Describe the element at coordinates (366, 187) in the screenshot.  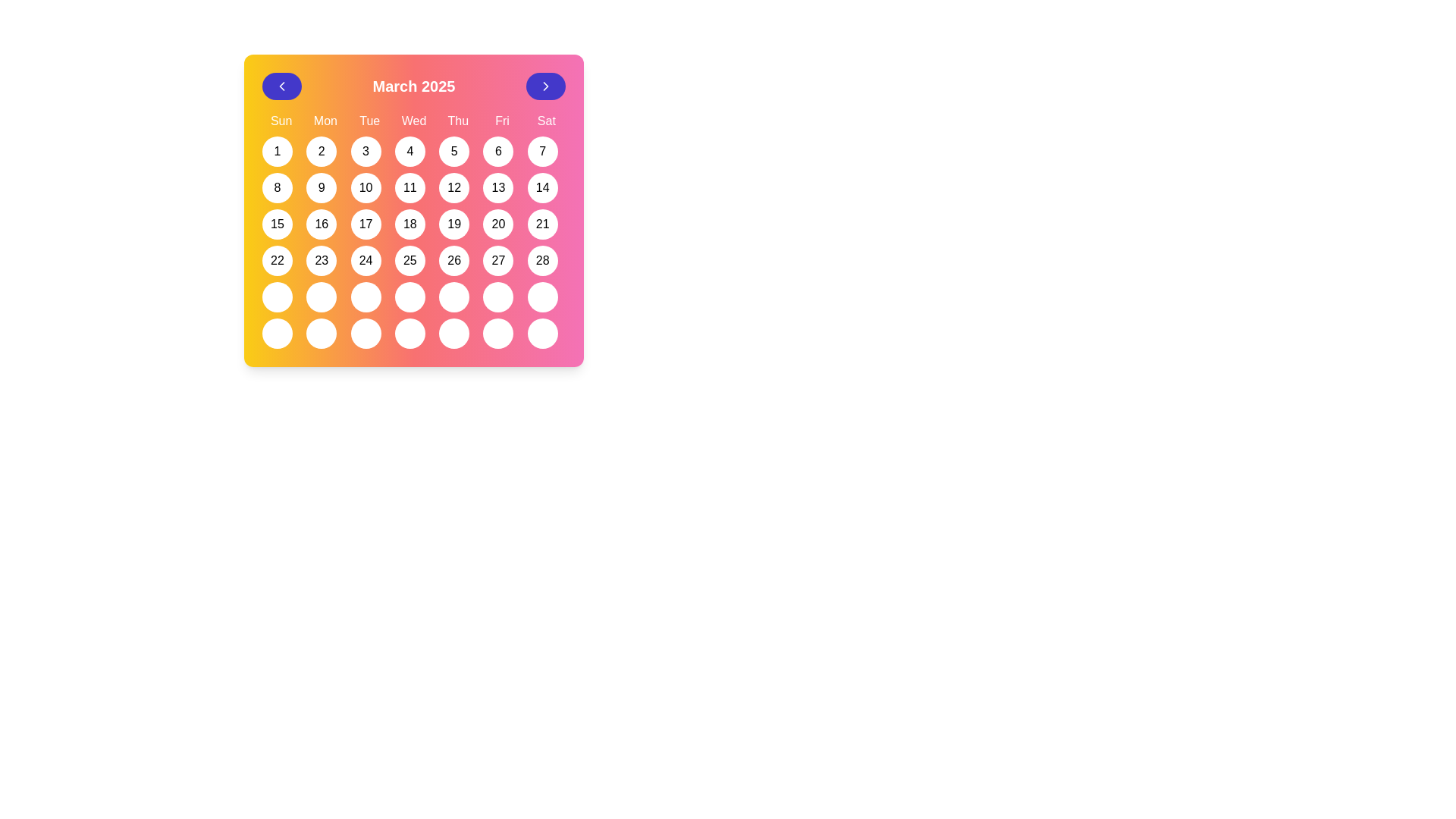
I see `the button representing the date '10' on the calendar` at that location.